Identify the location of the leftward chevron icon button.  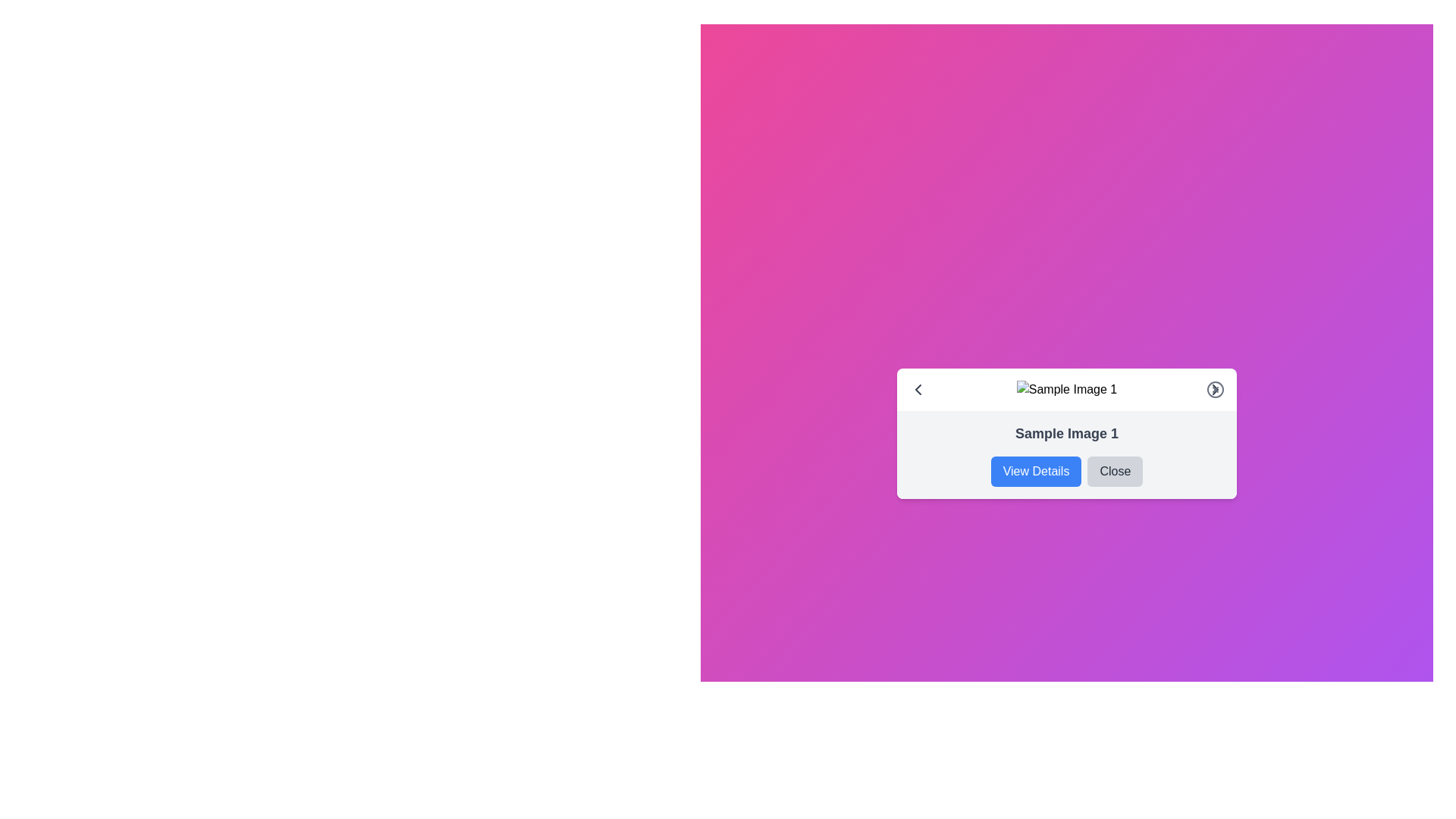
(917, 388).